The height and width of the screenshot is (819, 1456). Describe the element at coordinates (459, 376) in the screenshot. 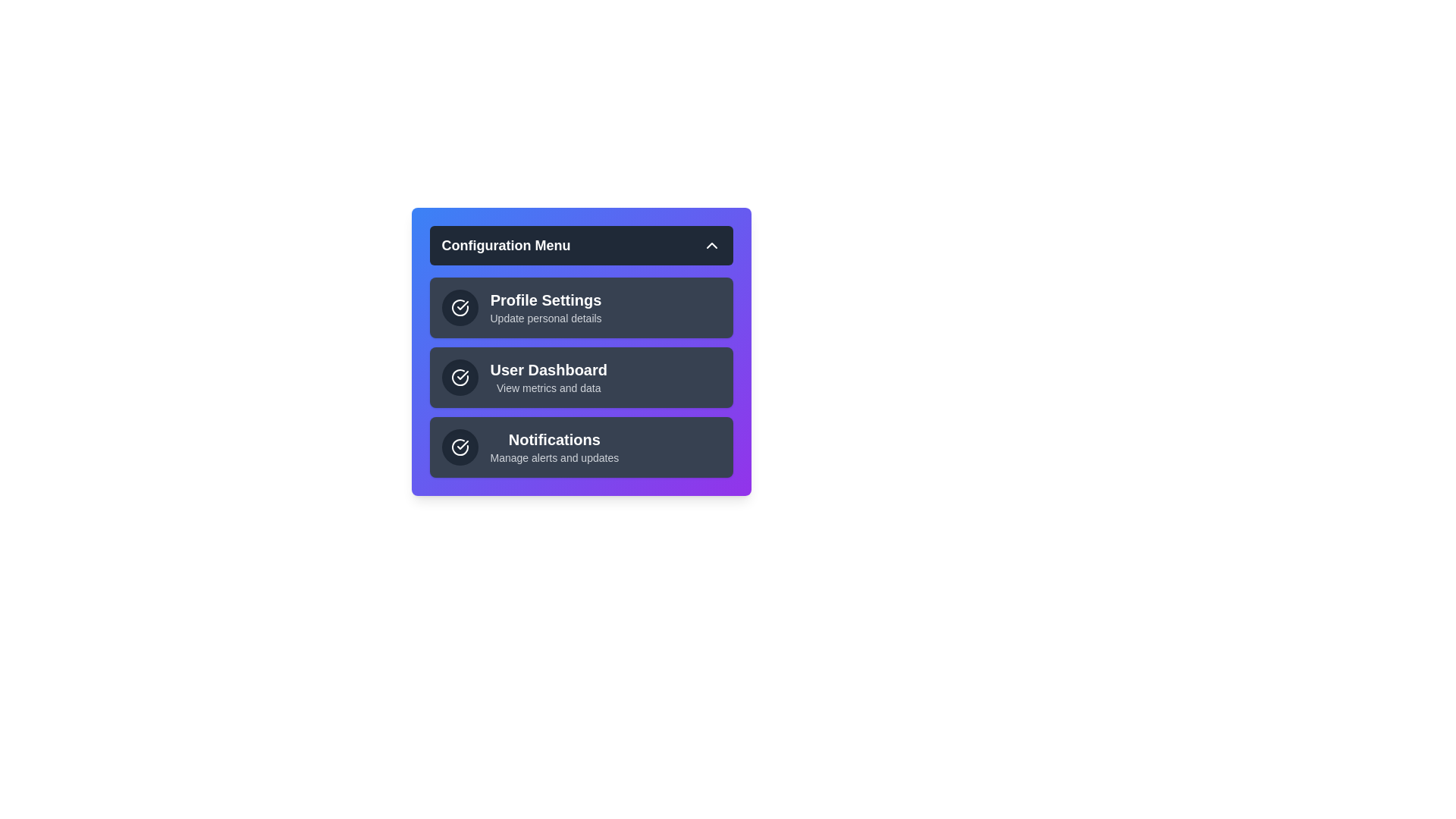

I see `the icon next to User Dashboard` at that location.